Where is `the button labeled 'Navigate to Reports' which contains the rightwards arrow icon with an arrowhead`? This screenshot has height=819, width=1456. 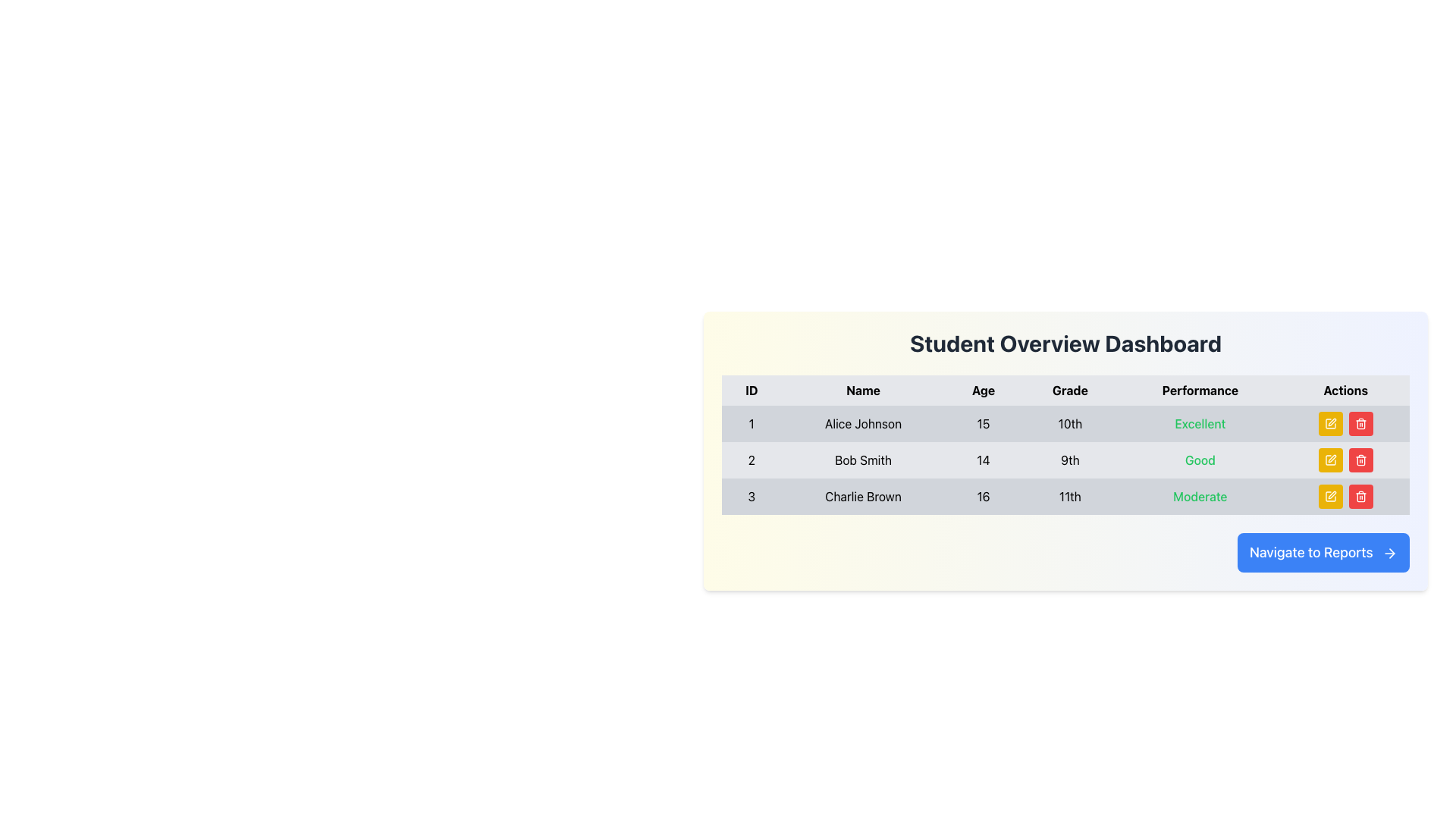 the button labeled 'Navigate to Reports' which contains the rightwards arrow icon with an arrowhead is located at coordinates (1392, 554).